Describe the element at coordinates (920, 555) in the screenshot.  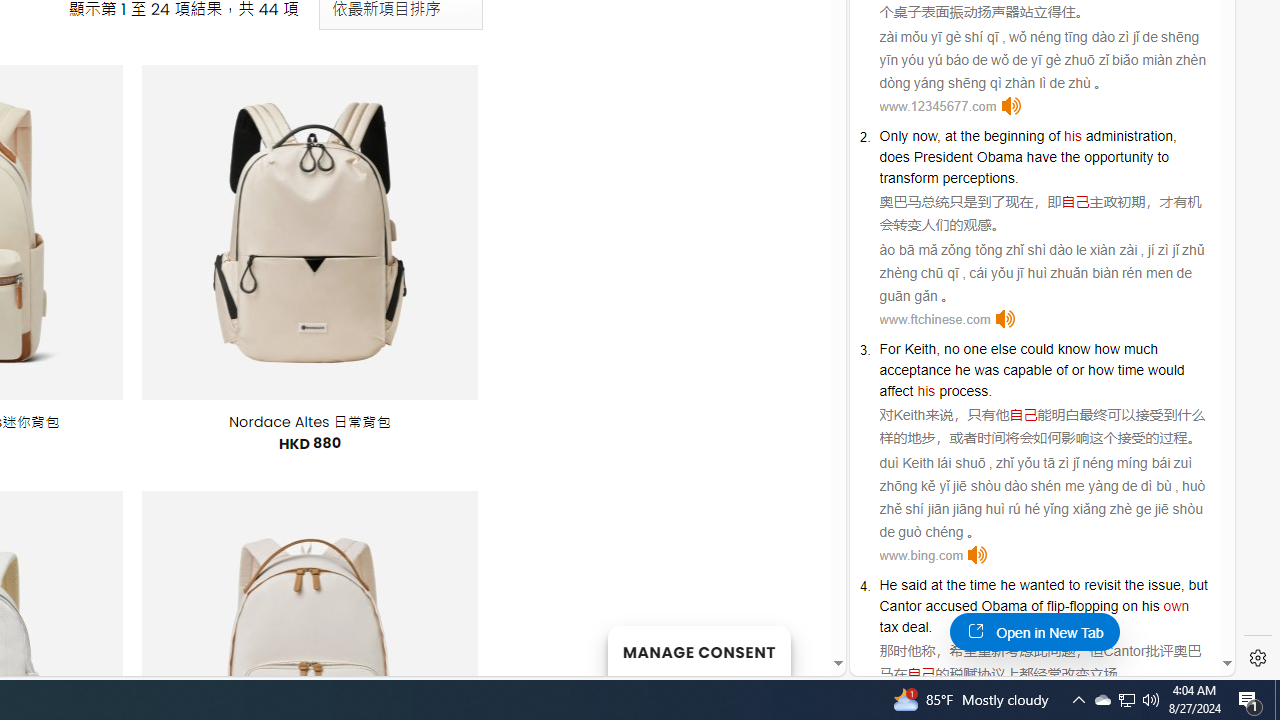
I see `'www.bing.com'` at that location.